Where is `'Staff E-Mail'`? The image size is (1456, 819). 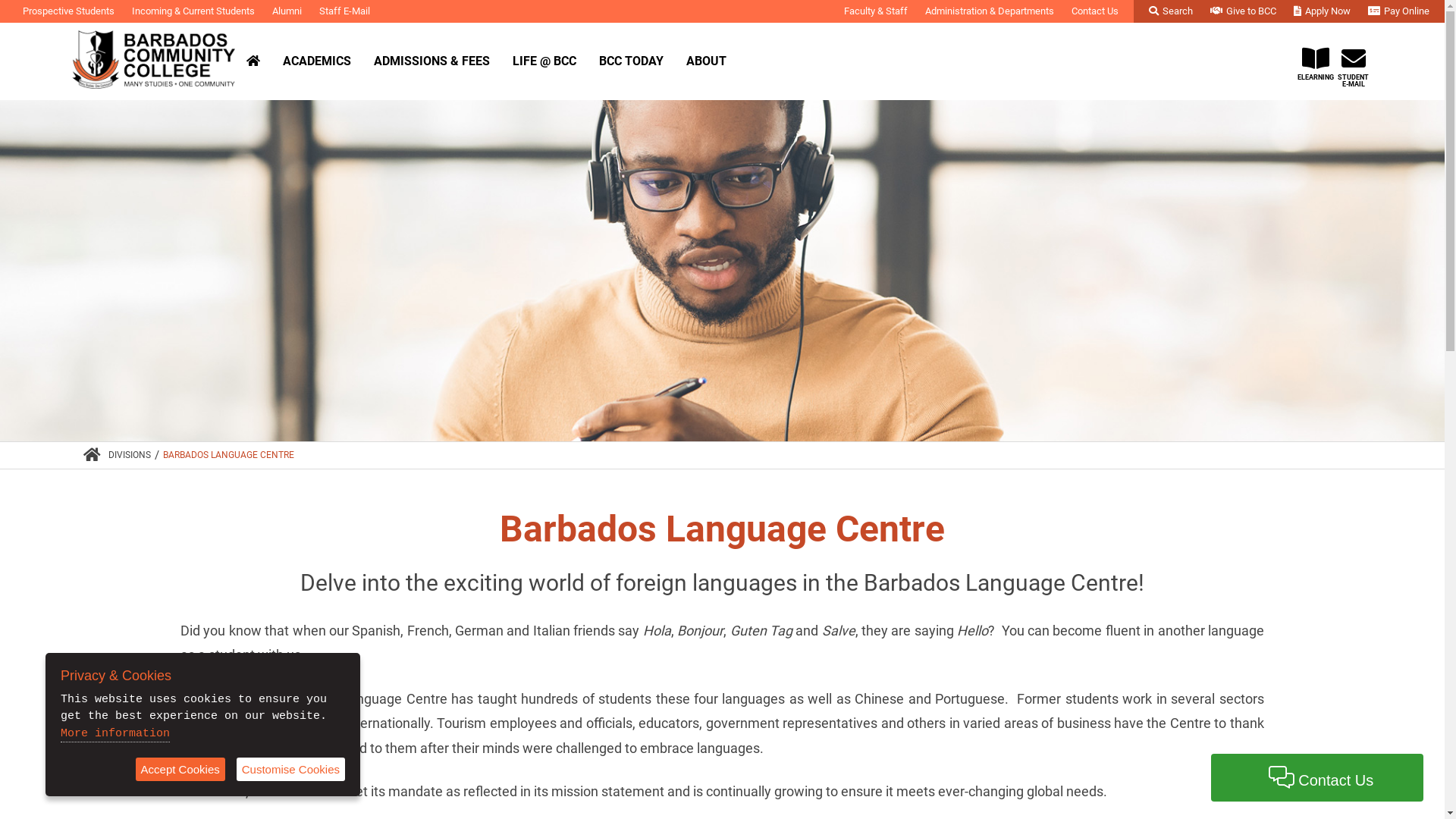 'Staff E-Mail' is located at coordinates (344, 11).